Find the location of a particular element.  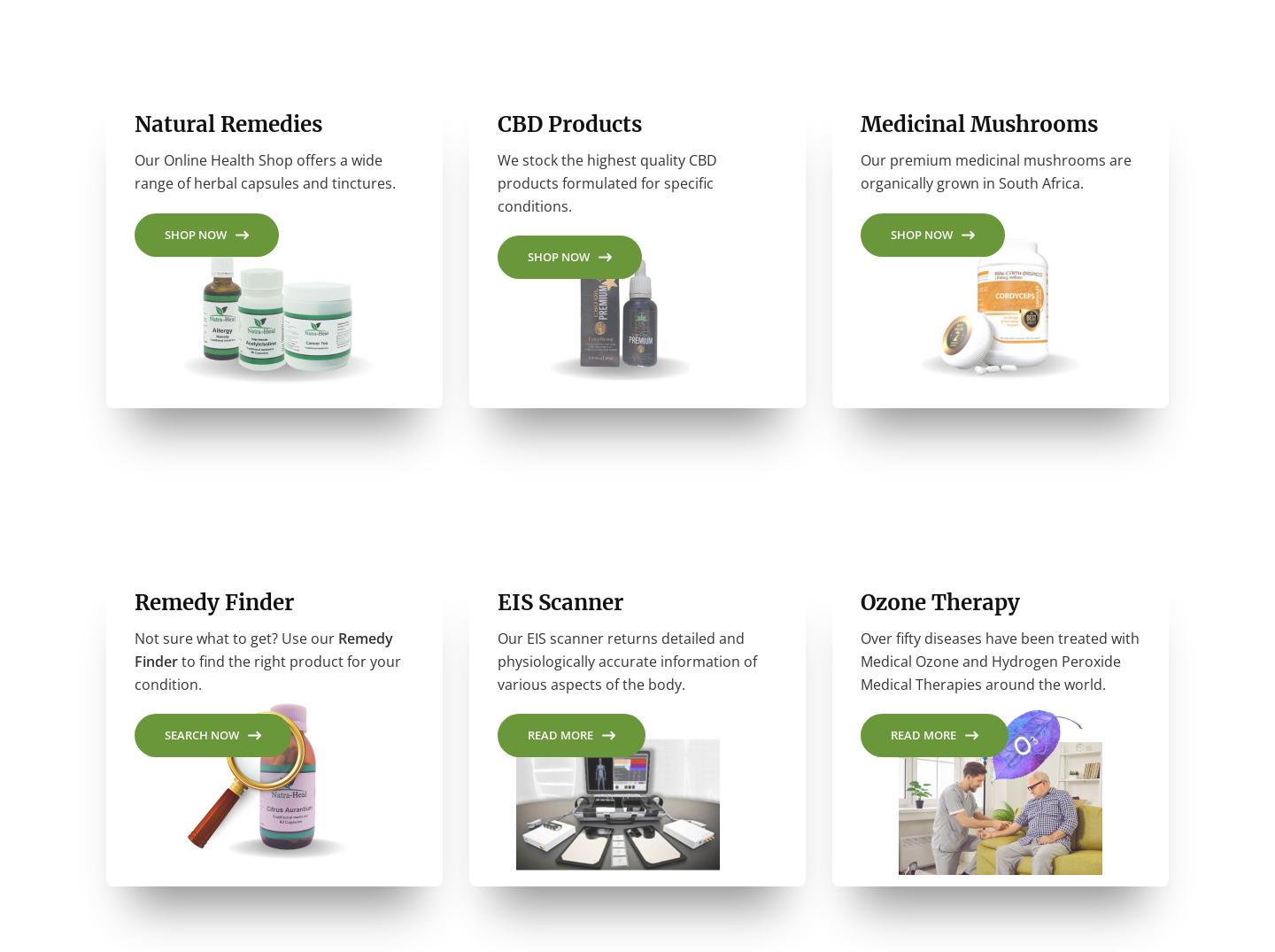

'We stock the highest quality CBD products formulated for specific conditions.' is located at coordinates (607, 189).